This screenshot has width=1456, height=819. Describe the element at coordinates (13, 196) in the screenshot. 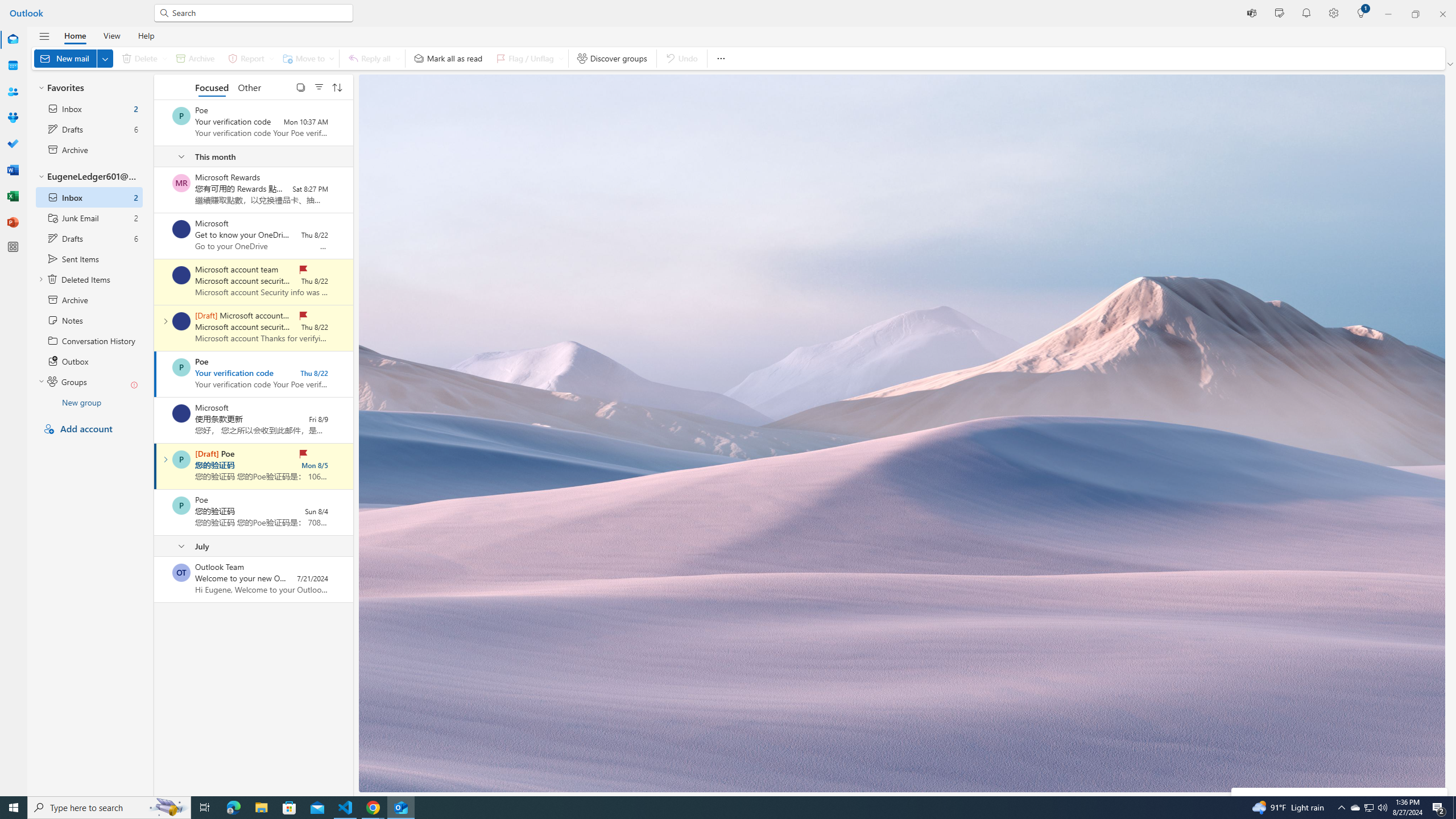

I see `'Excel'` at that location.